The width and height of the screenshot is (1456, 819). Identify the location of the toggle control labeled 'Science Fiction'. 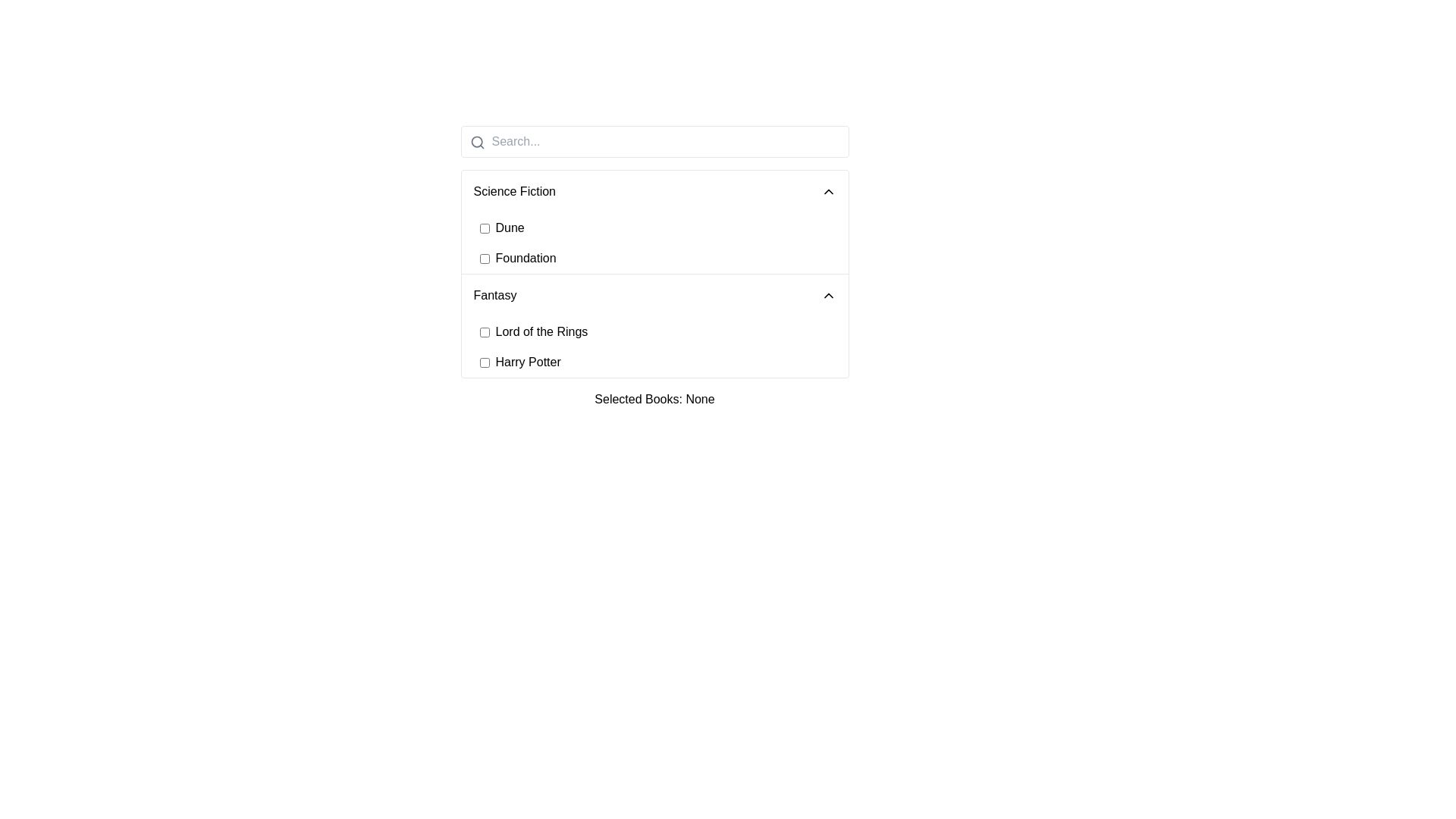
(654, 191).